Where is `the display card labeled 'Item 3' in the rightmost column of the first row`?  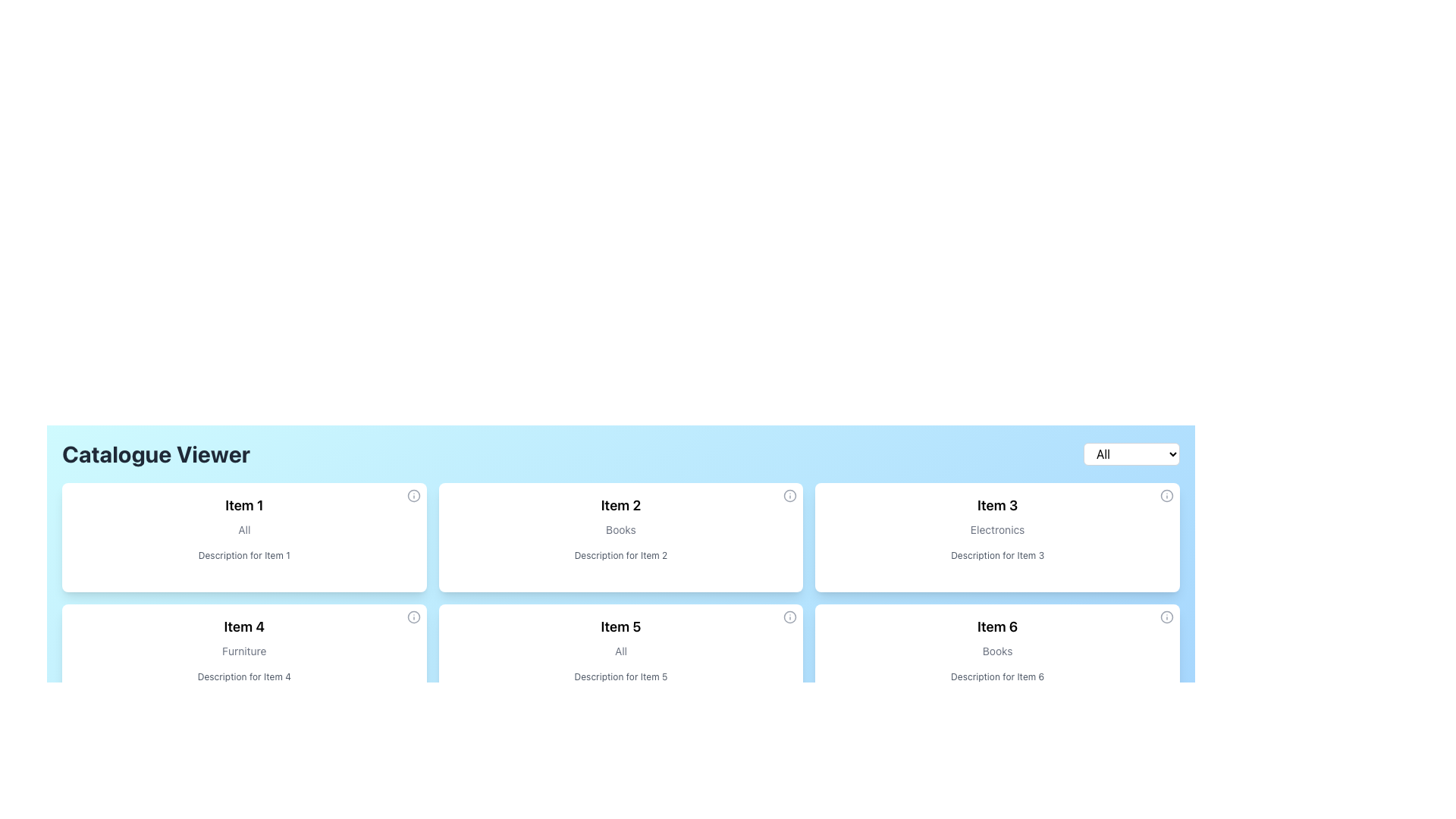
the display card labeled 'Item 3' in the rightmost column of the first row is located at coordinates (997, 537).